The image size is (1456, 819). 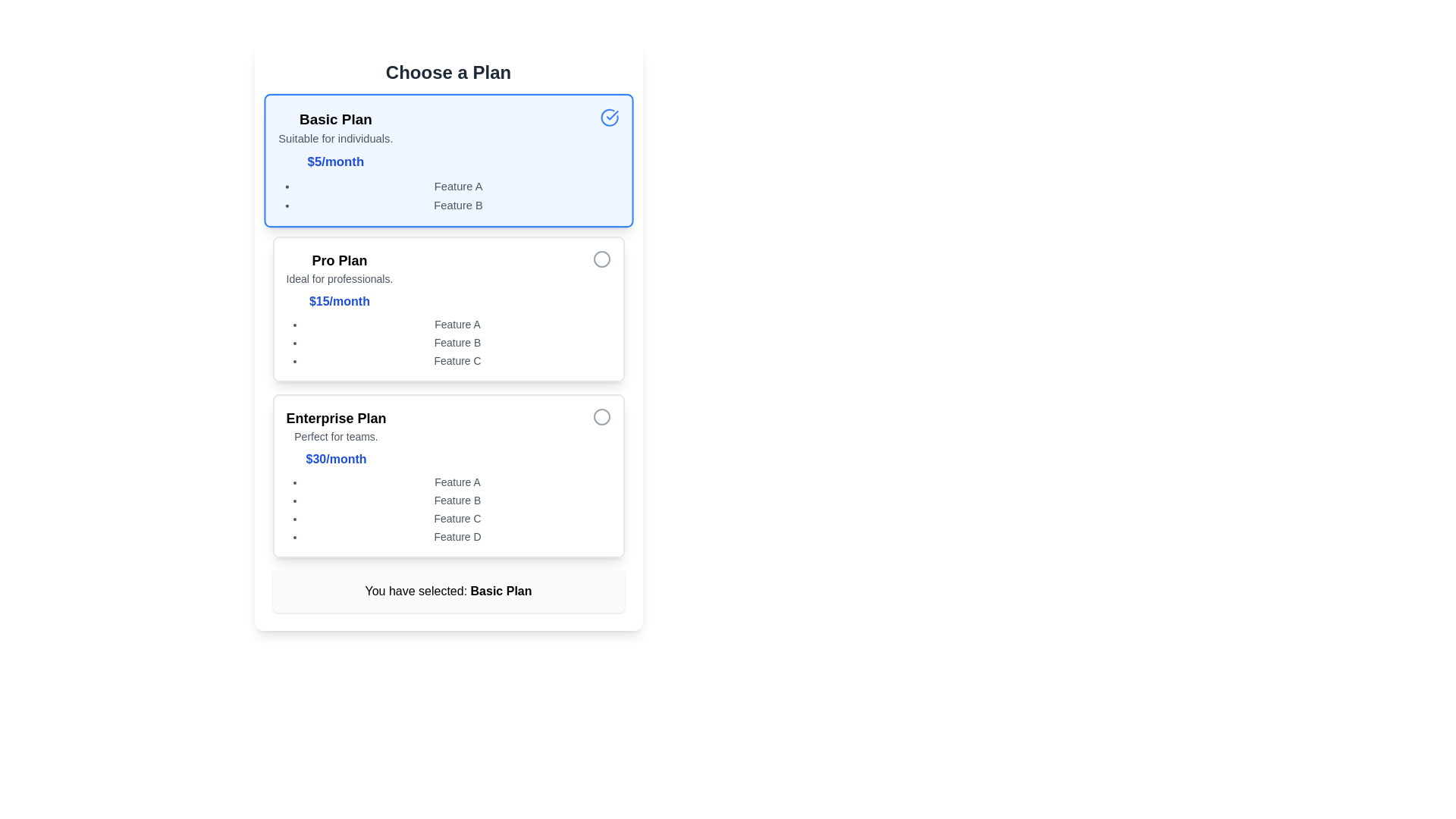 I want to click on text content of the 'Feature B' label, which is the second item in the bulleted list within the 'Enterprise Plan' section, so click(x=457, y=500).